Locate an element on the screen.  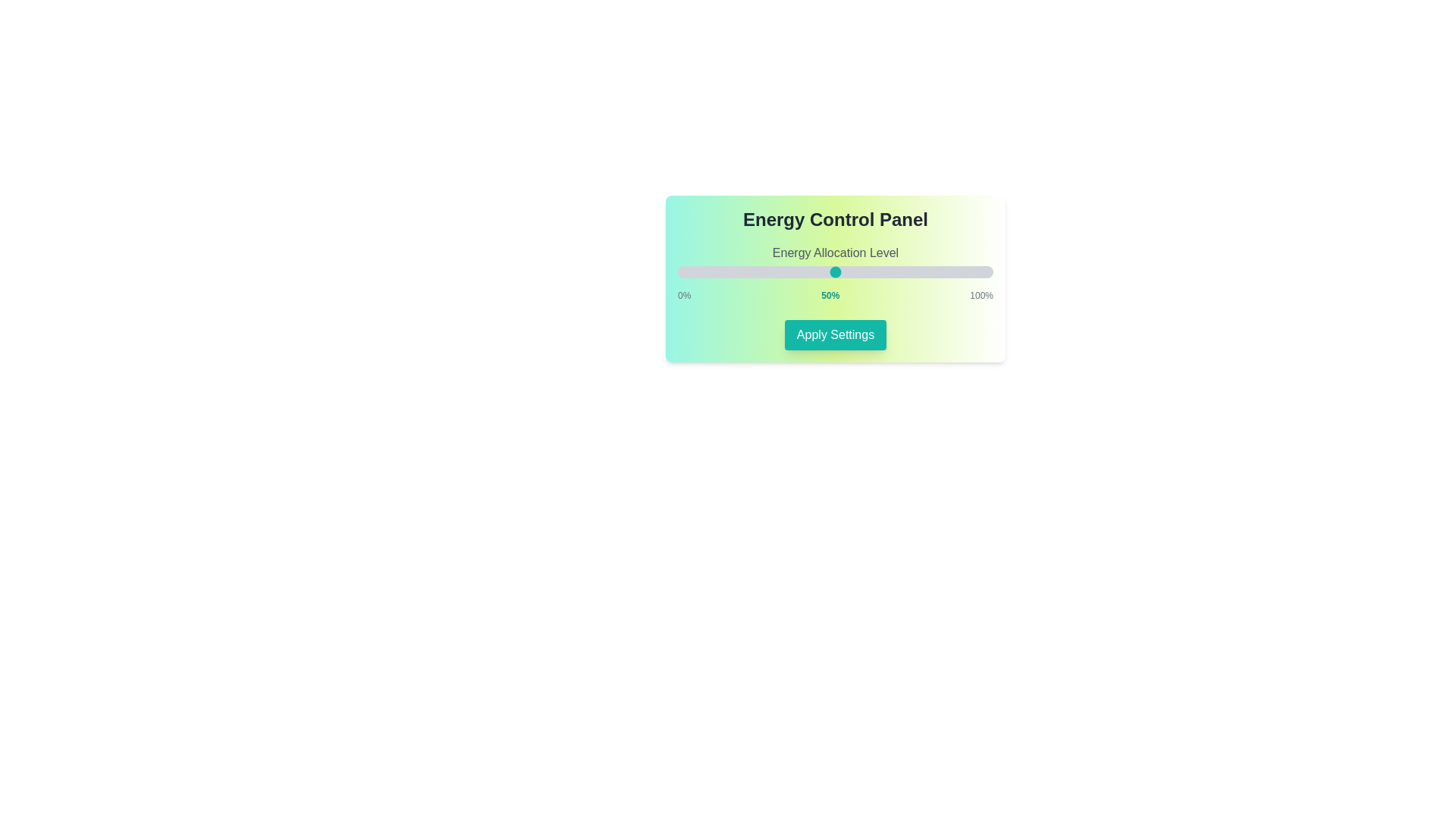
the energy level to 93% by moving the slider is located at coordinates (971, 271).